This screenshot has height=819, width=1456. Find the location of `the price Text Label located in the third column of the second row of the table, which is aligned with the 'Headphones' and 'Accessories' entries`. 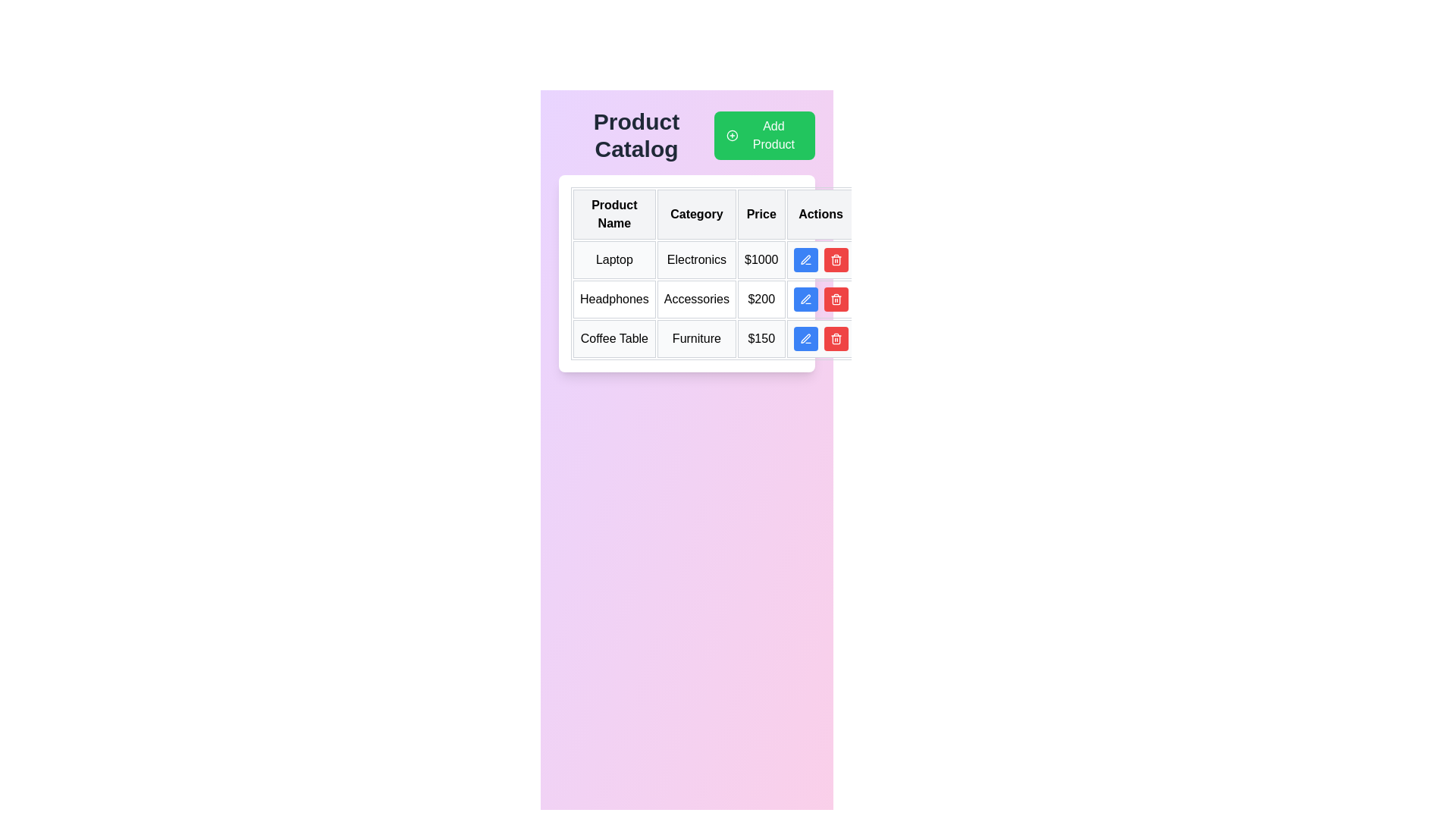

the price Text Label located in the third column of the second row of the table, which is aligned with the 'Headphones' and 'Accessories' entries is located at coordinates (761, 299).